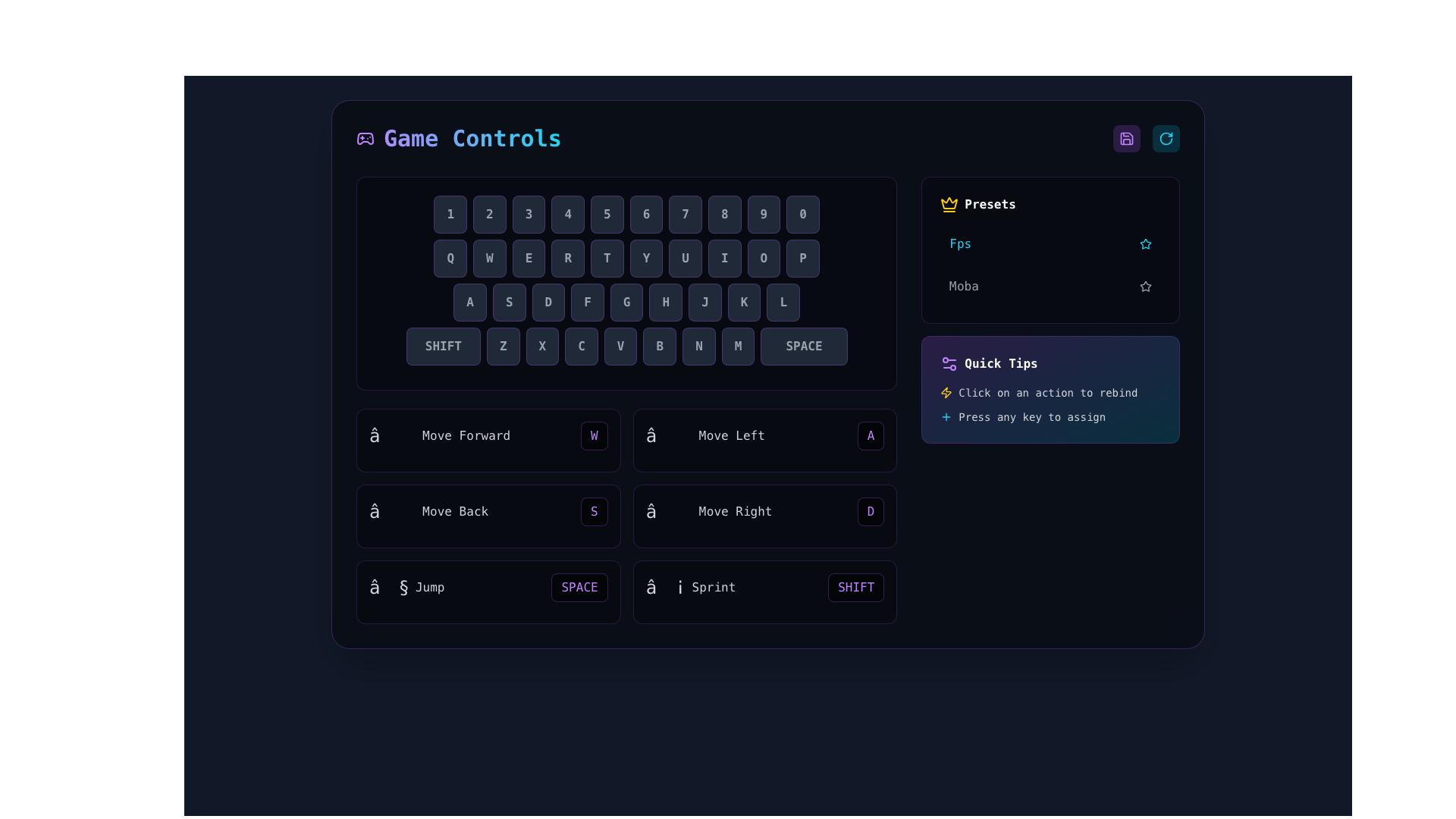  Describe the element at coordinates (488, 435) in the screenshot. I see `label of the 'Move Forward' button located in the central part of the interface, above the 'Move Back' option` at that location.